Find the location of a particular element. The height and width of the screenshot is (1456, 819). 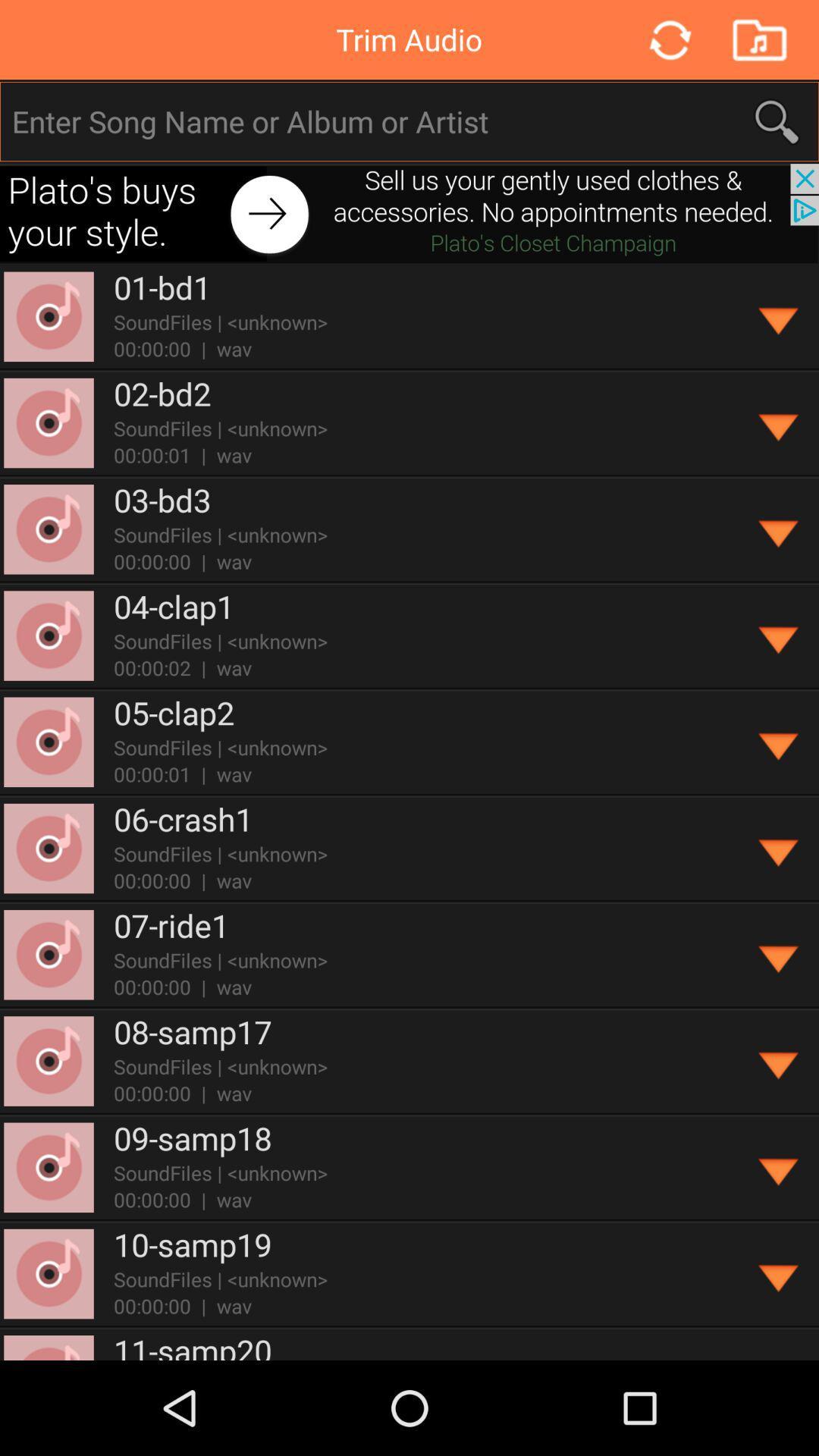

download selection is located at coordinates (779, 1274).